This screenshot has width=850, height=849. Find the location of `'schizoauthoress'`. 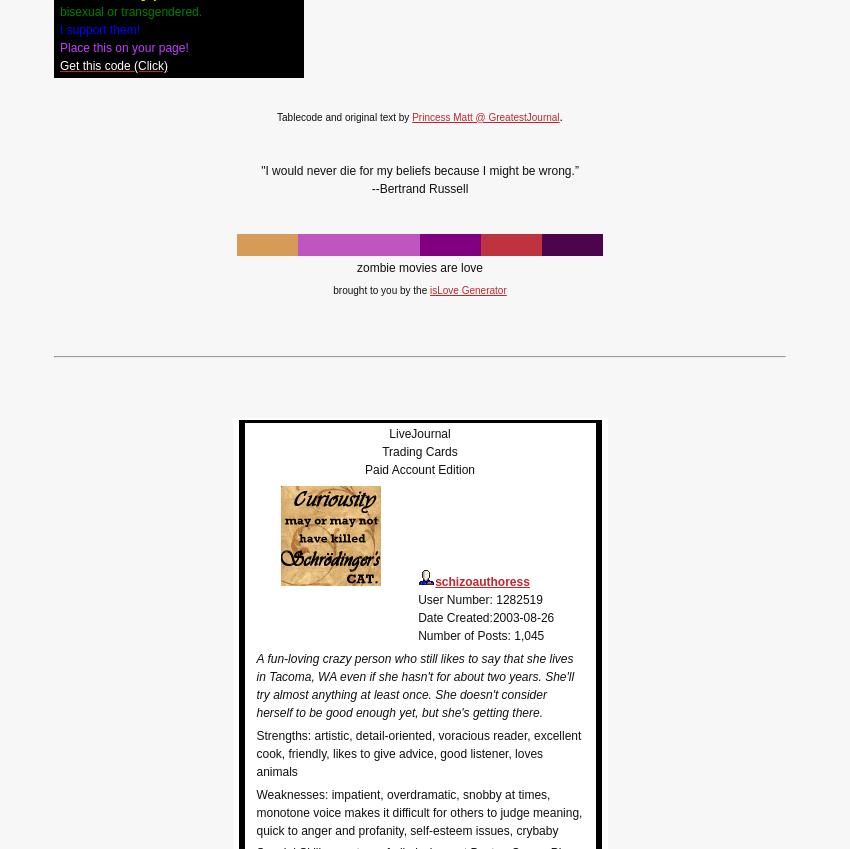

'schizoauthoress' is located at coordinates (482, 580).